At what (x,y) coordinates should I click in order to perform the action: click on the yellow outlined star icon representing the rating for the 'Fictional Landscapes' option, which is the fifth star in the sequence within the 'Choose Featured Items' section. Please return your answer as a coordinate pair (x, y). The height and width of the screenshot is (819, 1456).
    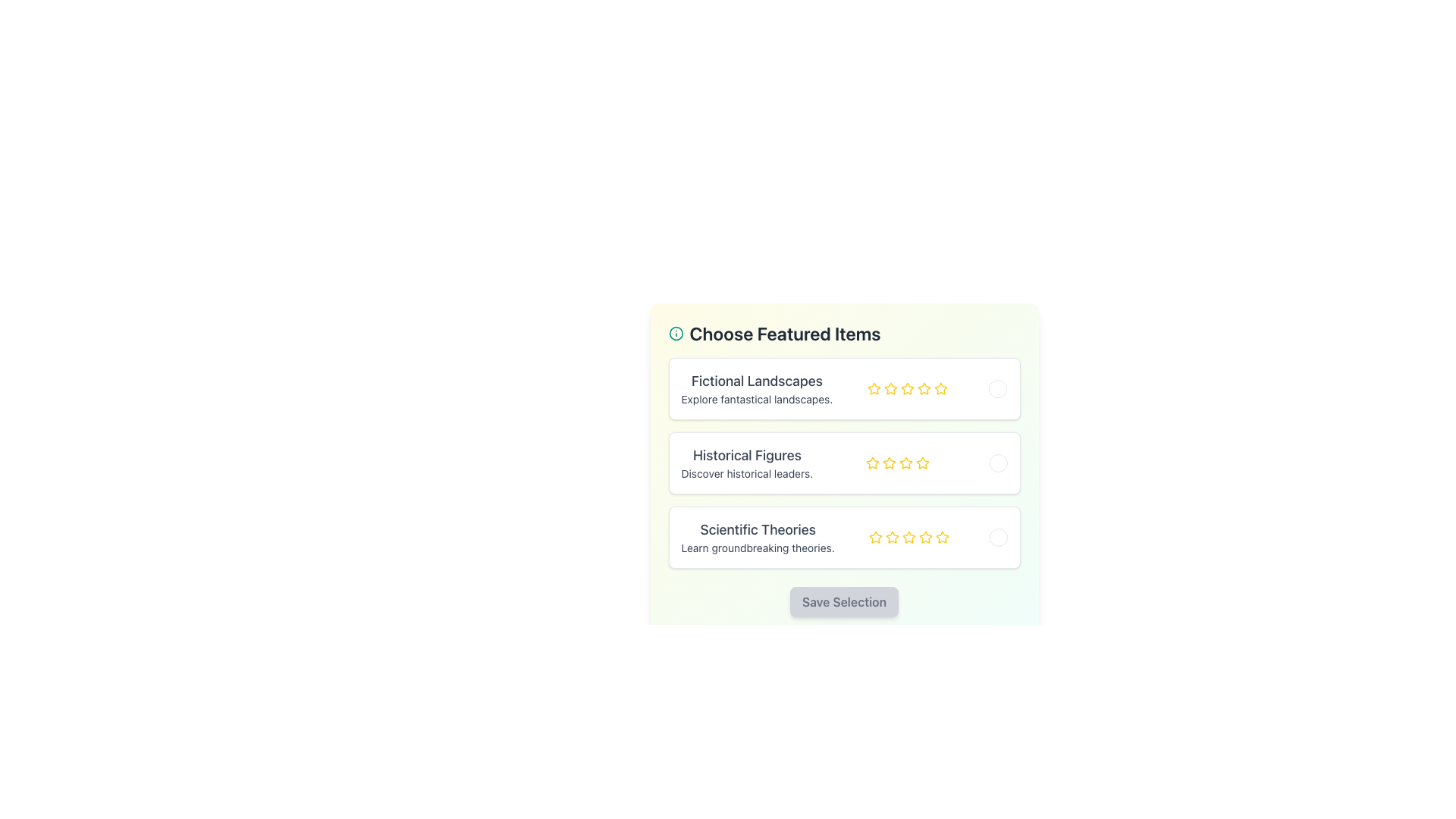
    Looking at the image, I should click on (924, 388).